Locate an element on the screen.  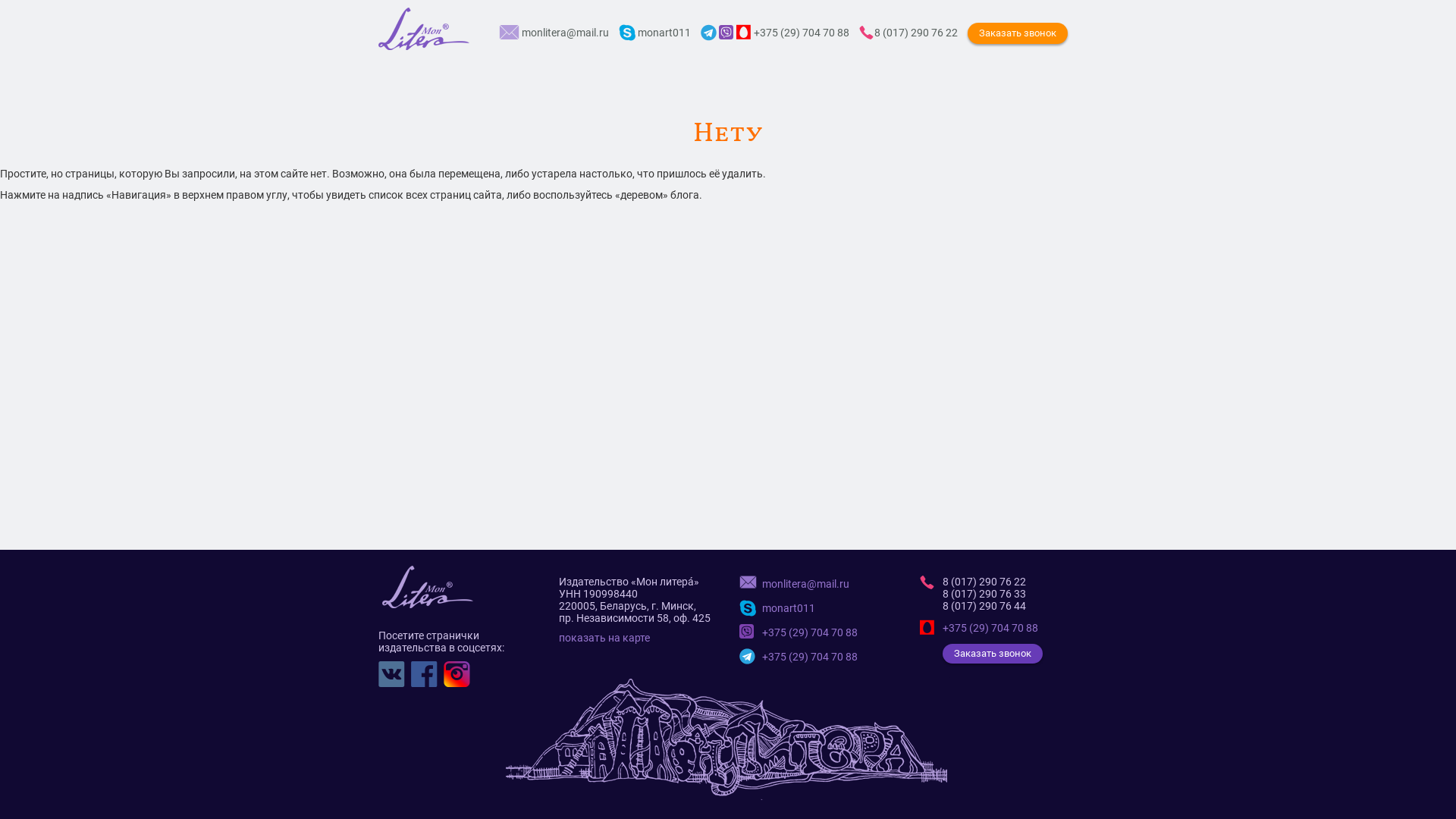
'monlitera@mail.ru' is located at coordinates (739, 583).